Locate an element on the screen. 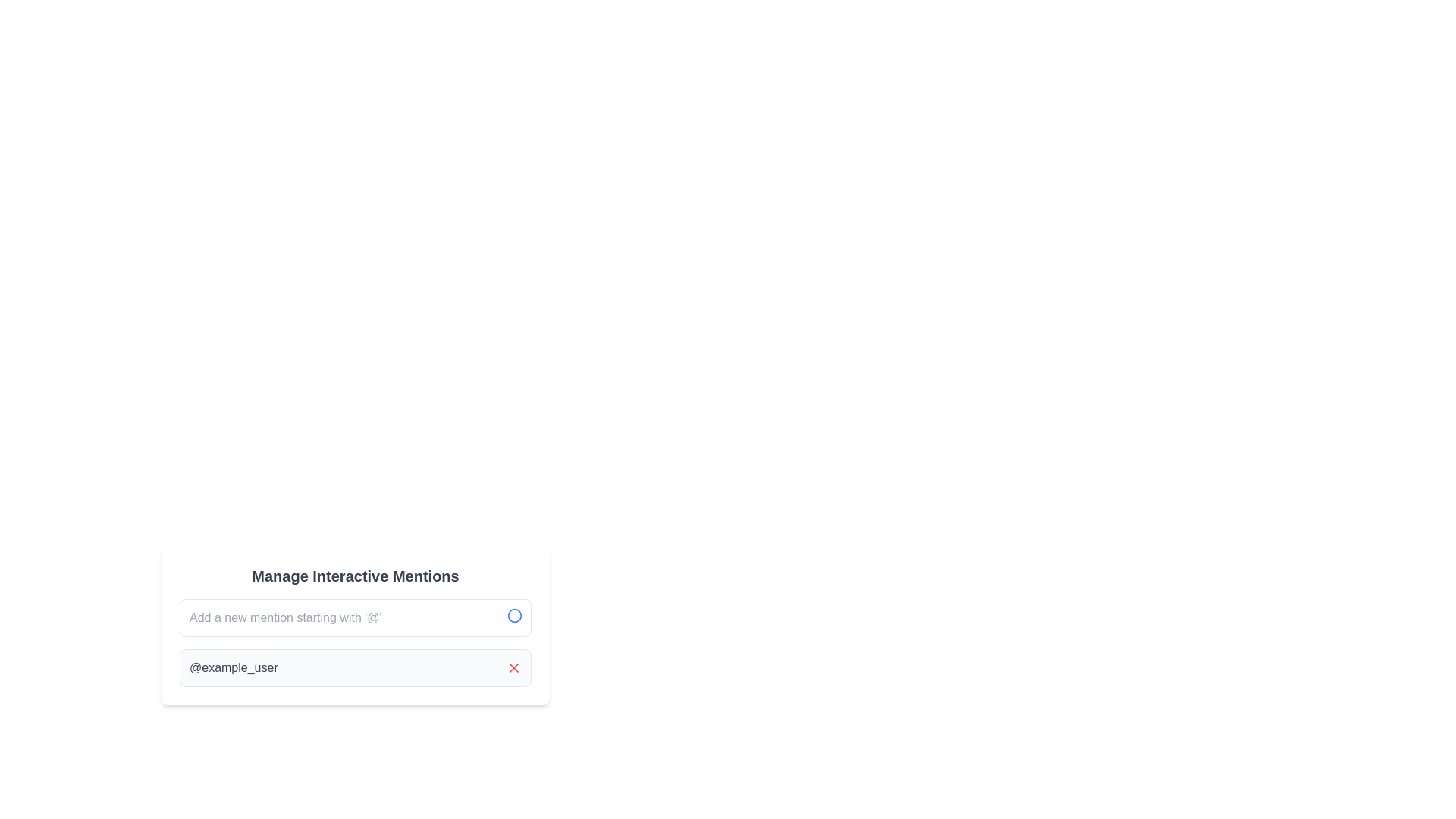 This screenshot has height=819, width=1456. the decorative circle element within the SVG graphic located at the top-right corner of the 'Manage Interactive Mentions' modal is located at coordinates (514, 616).